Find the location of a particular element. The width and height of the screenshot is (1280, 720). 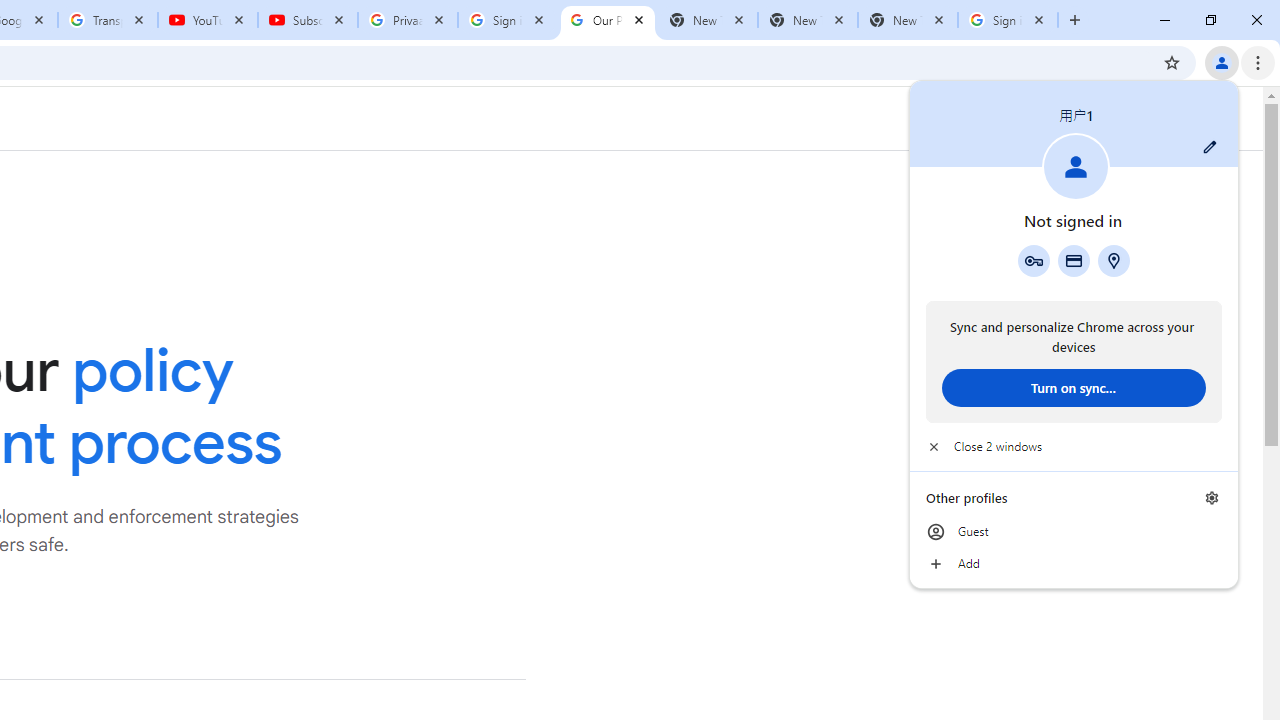

'Subscriptions - YouTube' is located at coordinates (307, 20).